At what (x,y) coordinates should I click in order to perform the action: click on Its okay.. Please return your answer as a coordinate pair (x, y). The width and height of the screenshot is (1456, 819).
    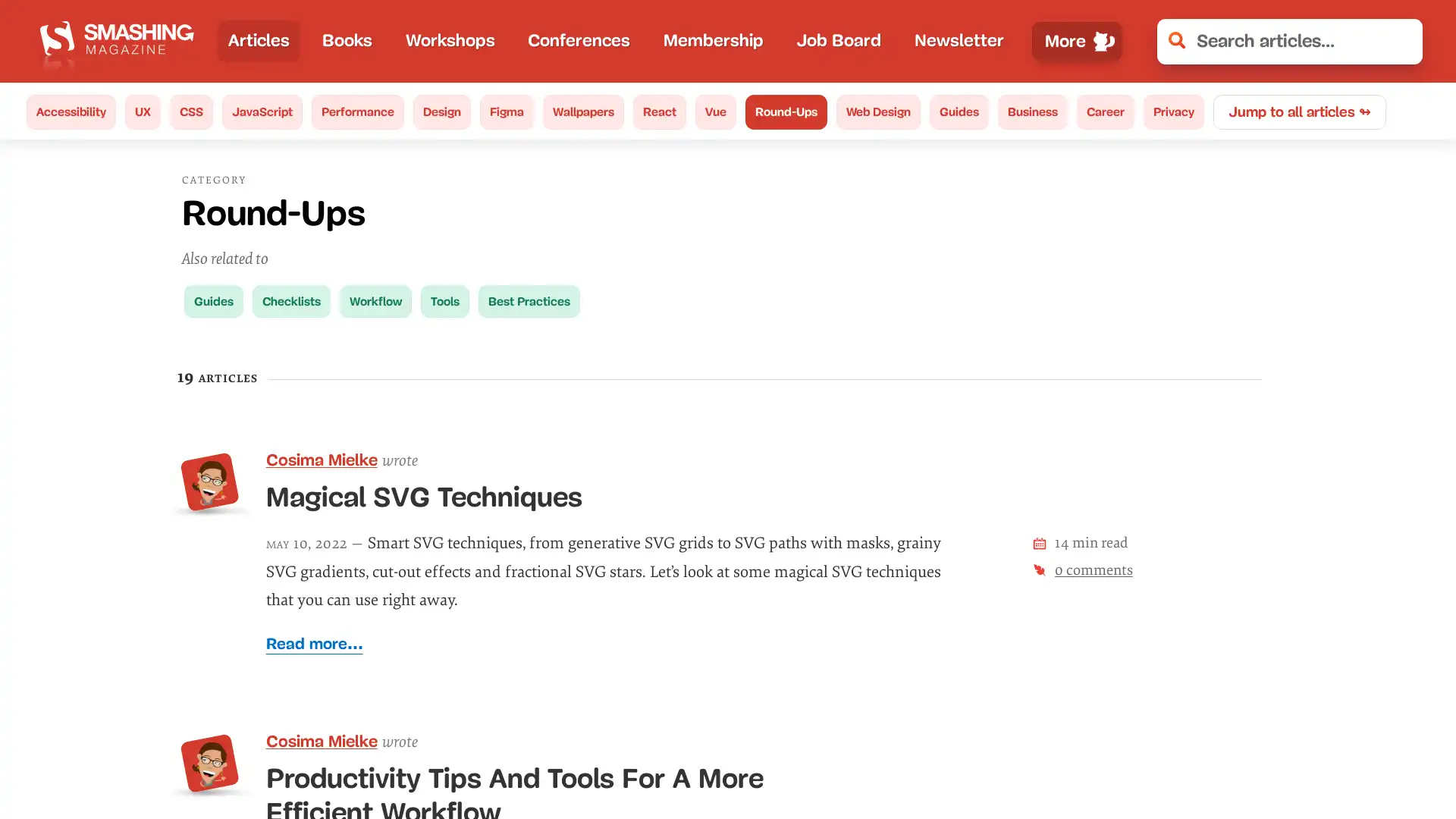
    Looking at the image, I should click on (1341, 758).